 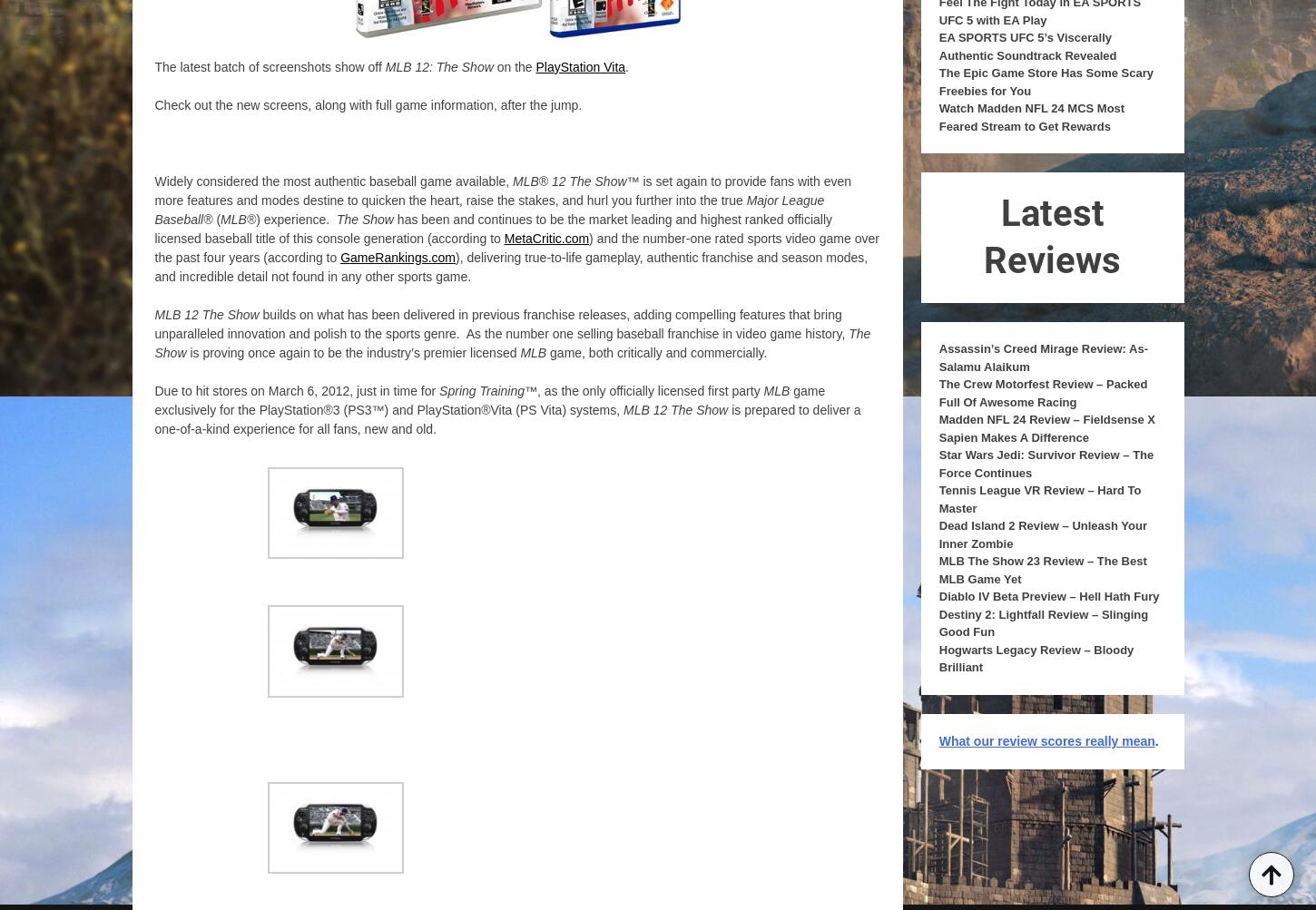 I want to click on 'game exclusively for the PlayStation®3 (PS3™) and PlayStation®Vita (PS Vita) systems,', so click(x=489, y=399).